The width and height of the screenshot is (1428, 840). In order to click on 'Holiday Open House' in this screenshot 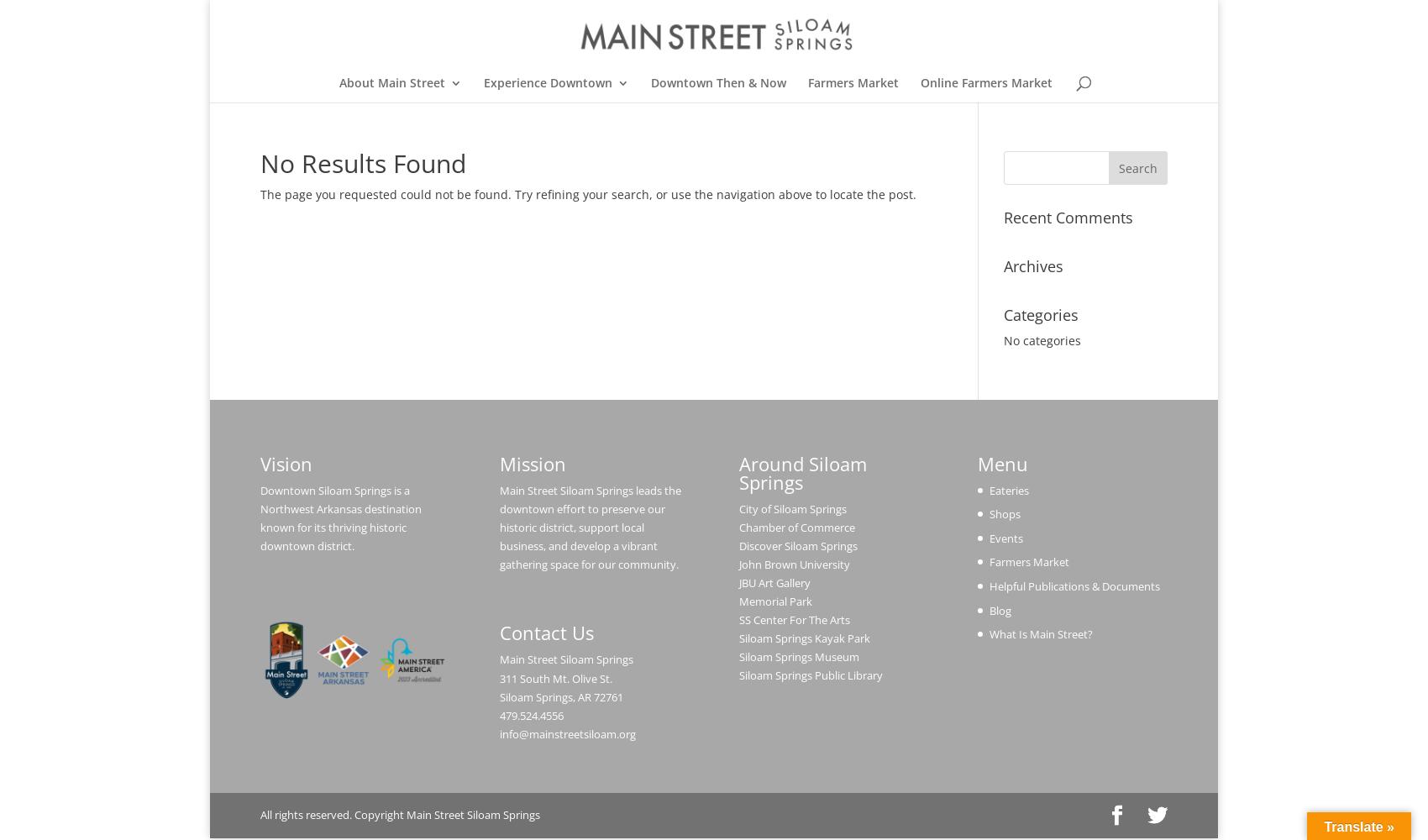, I will do `click(777, 645)`.